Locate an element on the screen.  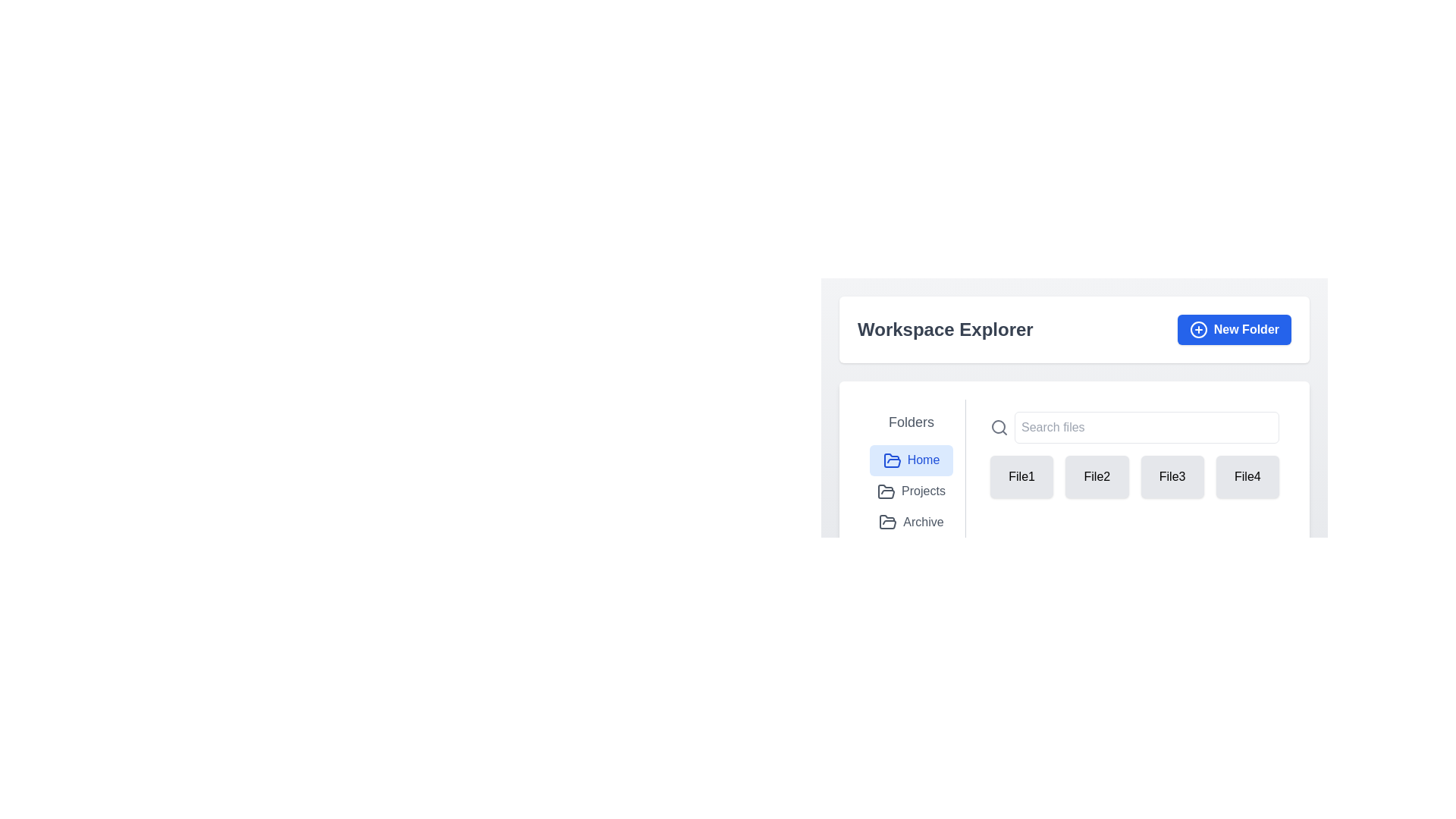
the button labeled 'File3' in the 'Workspace Explorer' section is located at coordinates (1172, 475).